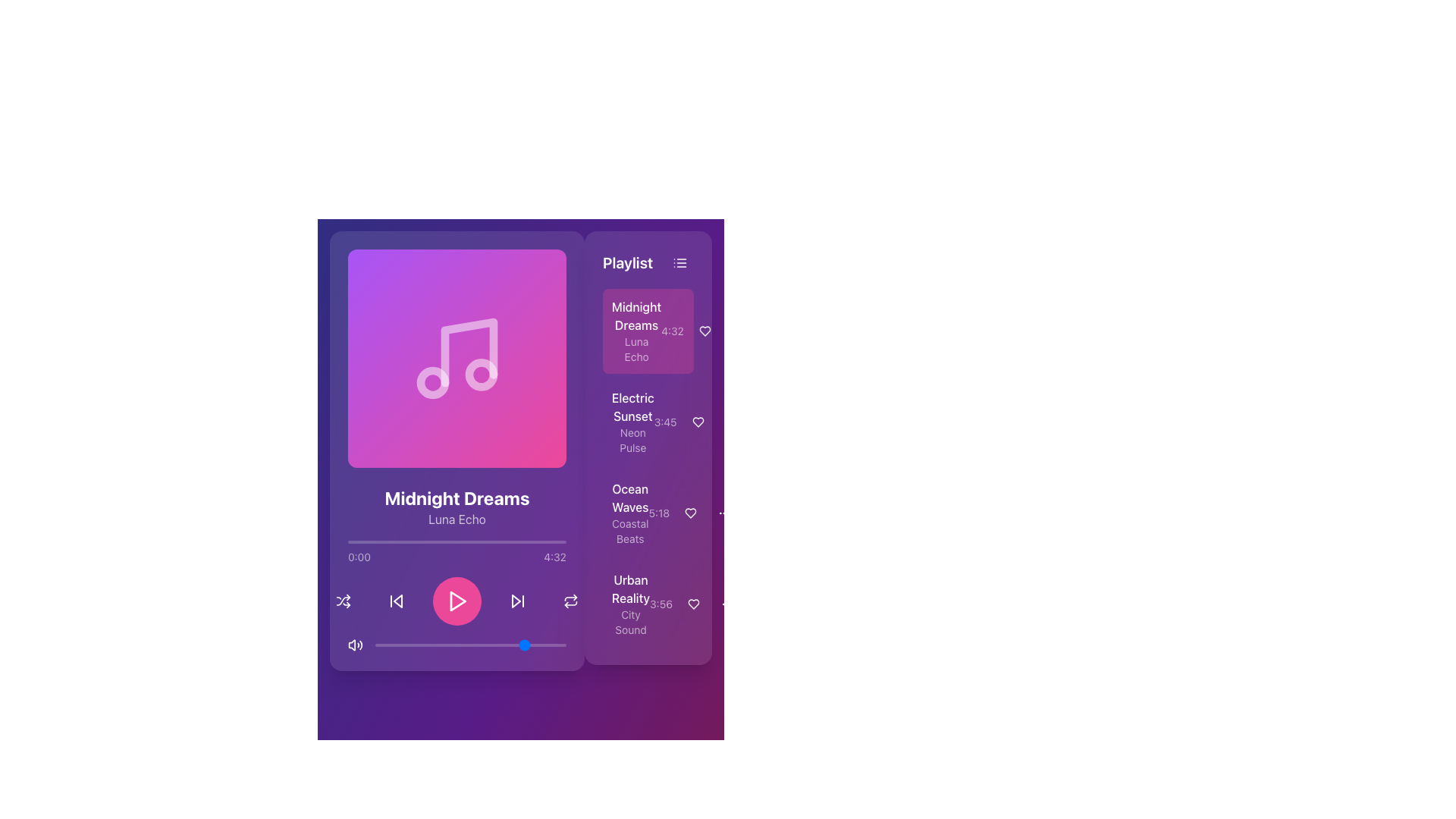  What do you see at coordinates (457, 601) in the screenshot?
I see `the circular pink button with a white play icon located beneath the progress bar of the music player interface for keyboard interactions` at bounding box center [457, 601].